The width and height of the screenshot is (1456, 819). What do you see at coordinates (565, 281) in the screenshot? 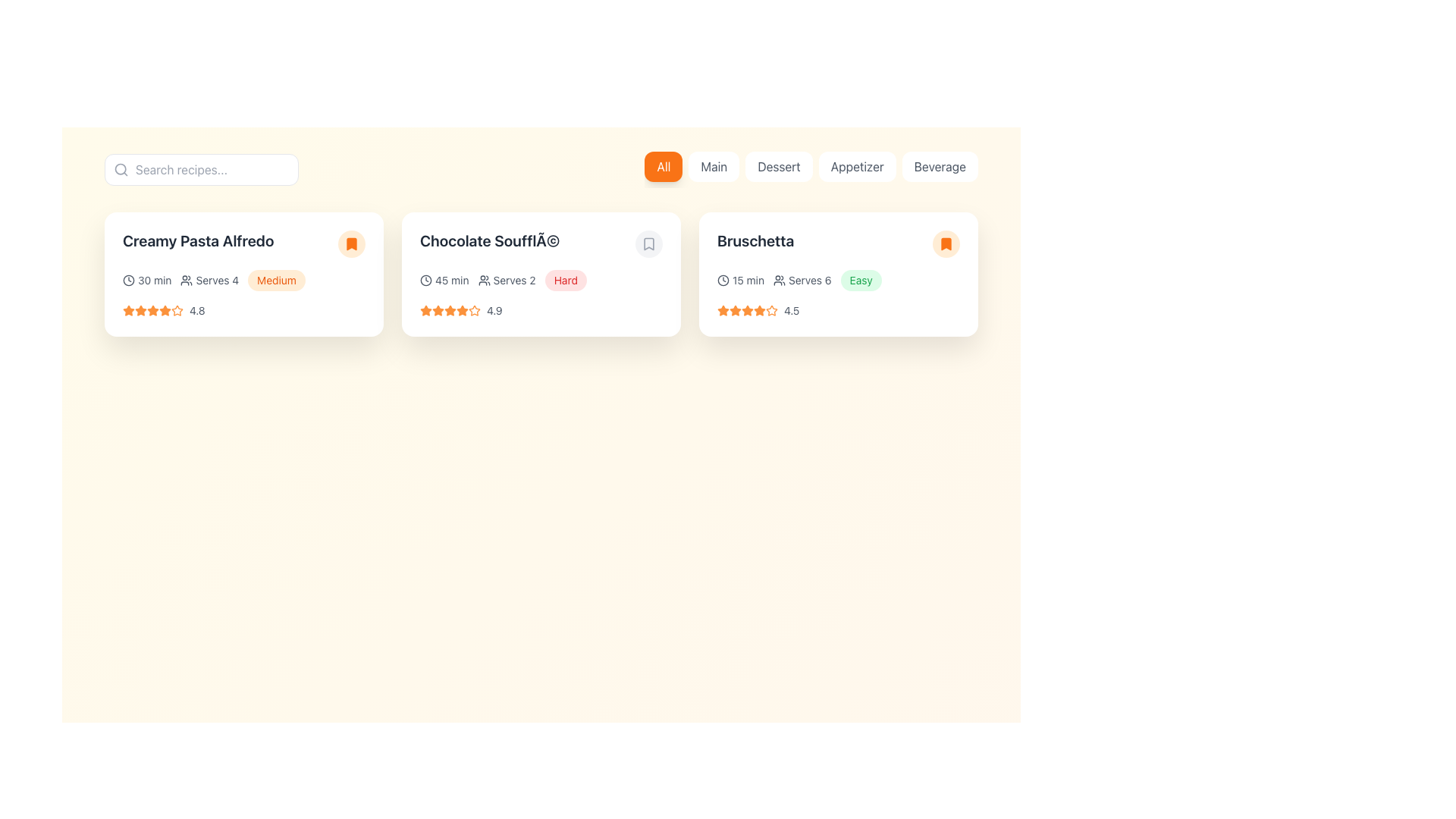
I see `'Hard' difficulty level label located in the details section of the 'Chocolate Soufflé' card, to the right of the 'Serves 2' text` at bounding box center [565, 281].